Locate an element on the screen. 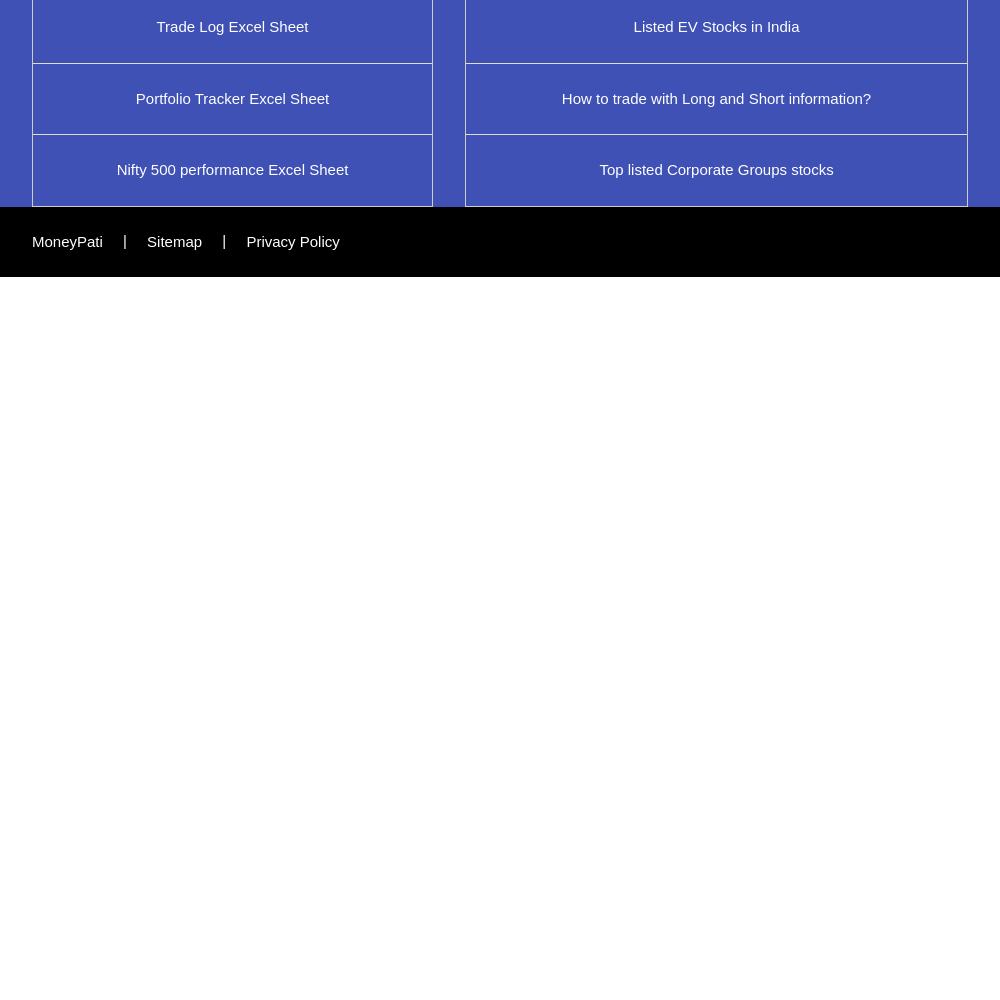 This screenshot has height=1000, width=1000. 'MoneyPati' is located at coordinates (66, 239).